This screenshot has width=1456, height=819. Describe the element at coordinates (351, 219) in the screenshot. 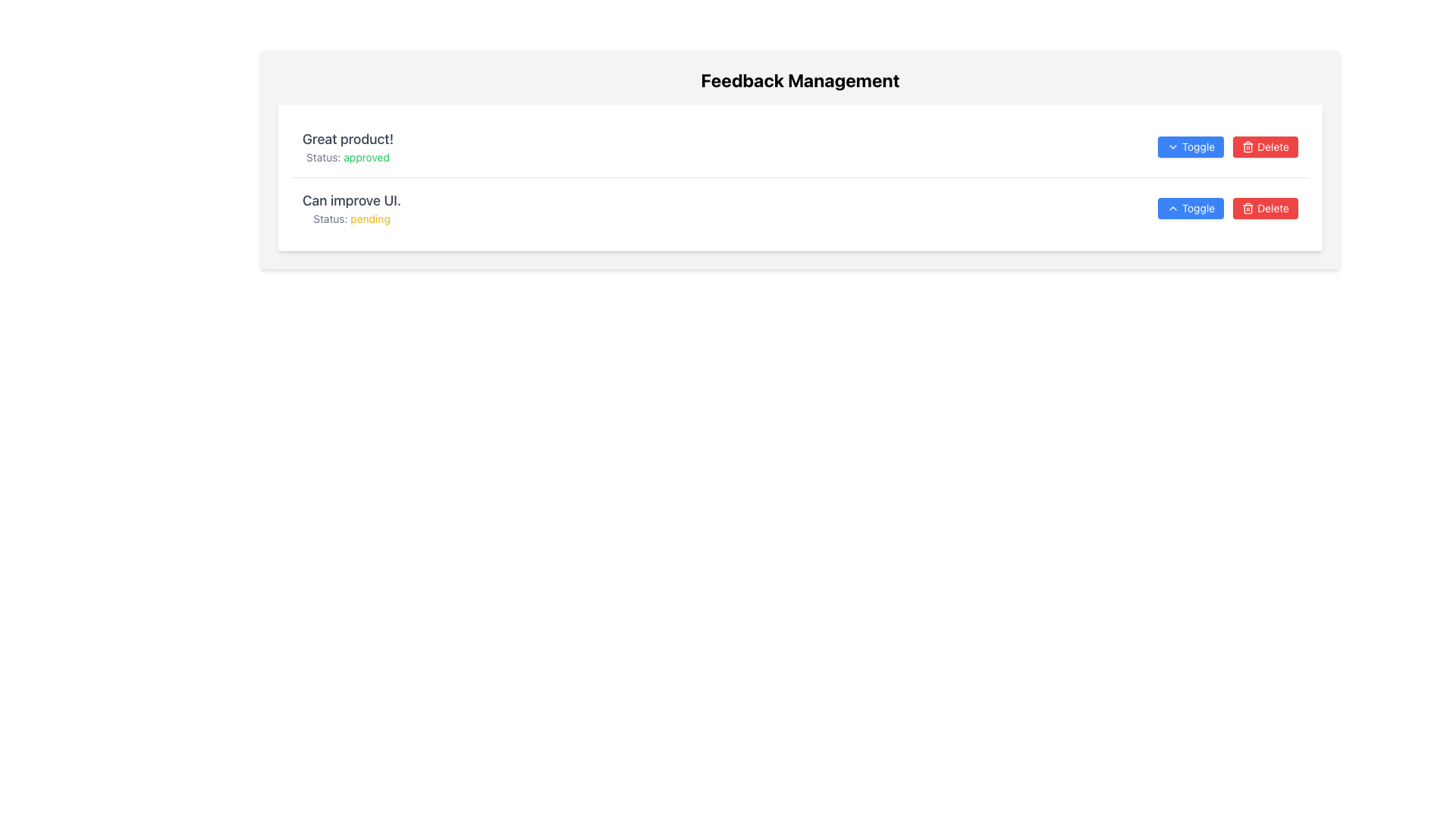

I see `status information displayed in the text label showing 'Status: pending', which is styled with 'Status:' in gray and 'pending' in yellow, located below 'Can improve UI.' within a feedback entry card` at that location.